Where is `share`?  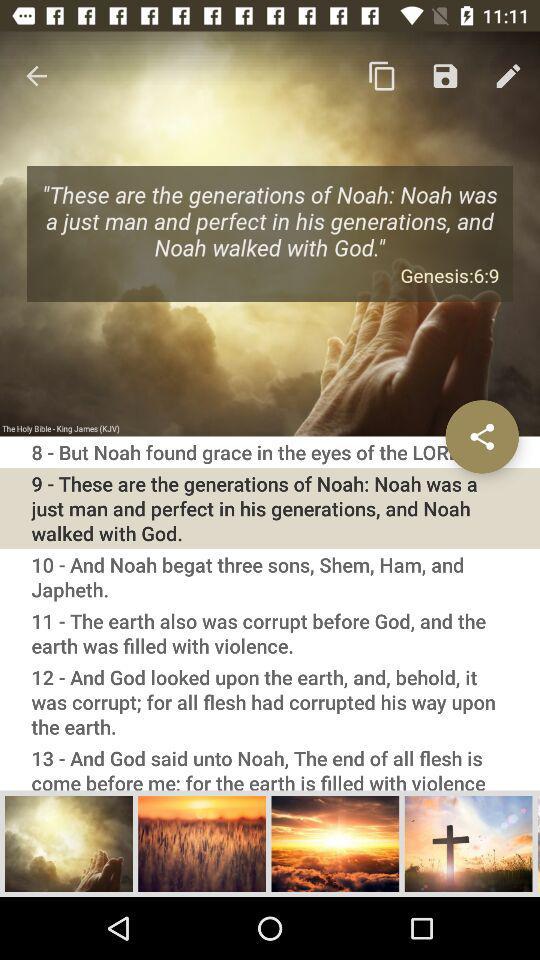 share is located at coordinates (481, 436).